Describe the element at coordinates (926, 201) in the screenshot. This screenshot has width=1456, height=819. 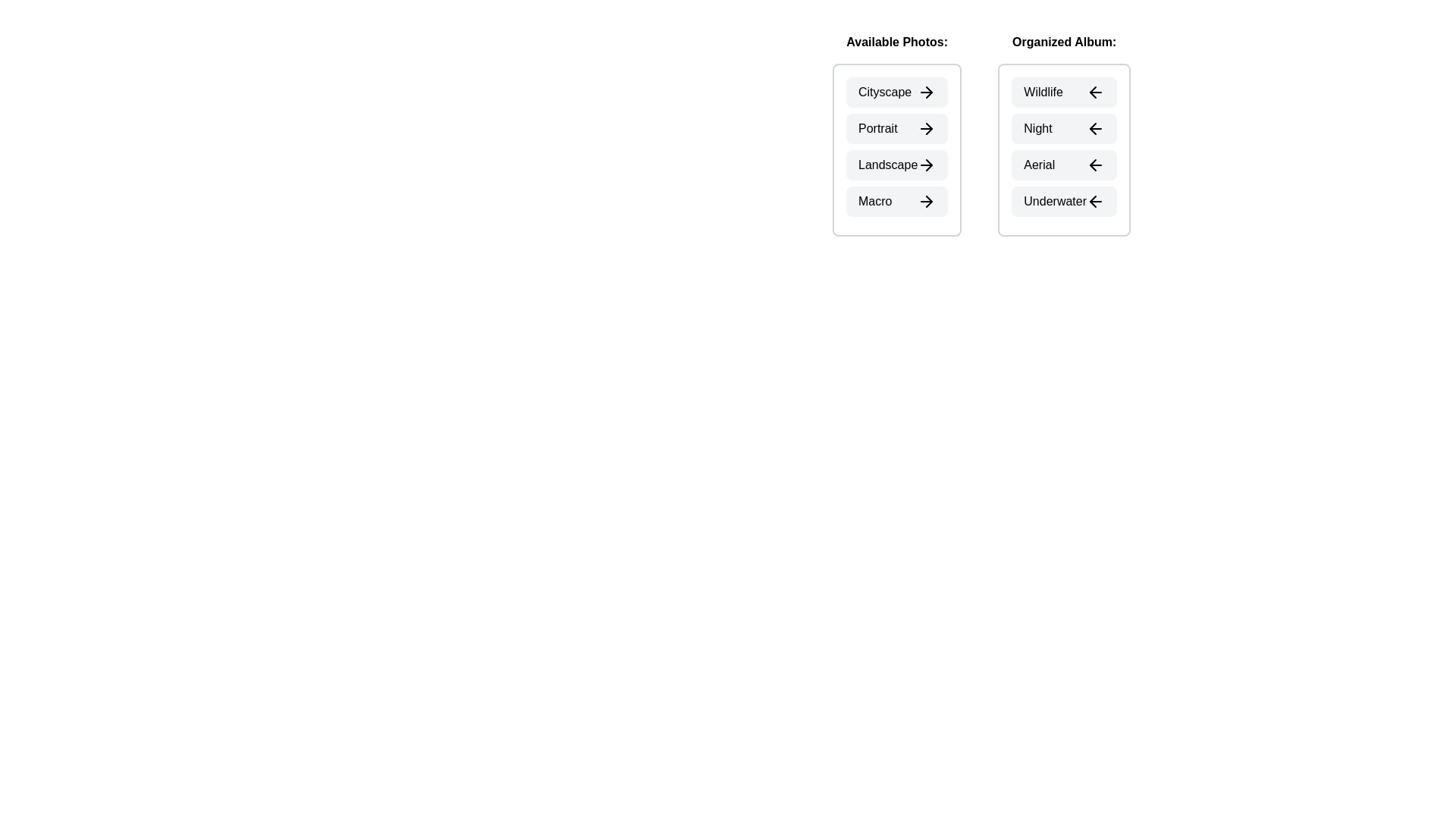
I see `the arrow icon next to the photo Macro in the Available Photos section to transfer it to the Organized Album section` at that location.